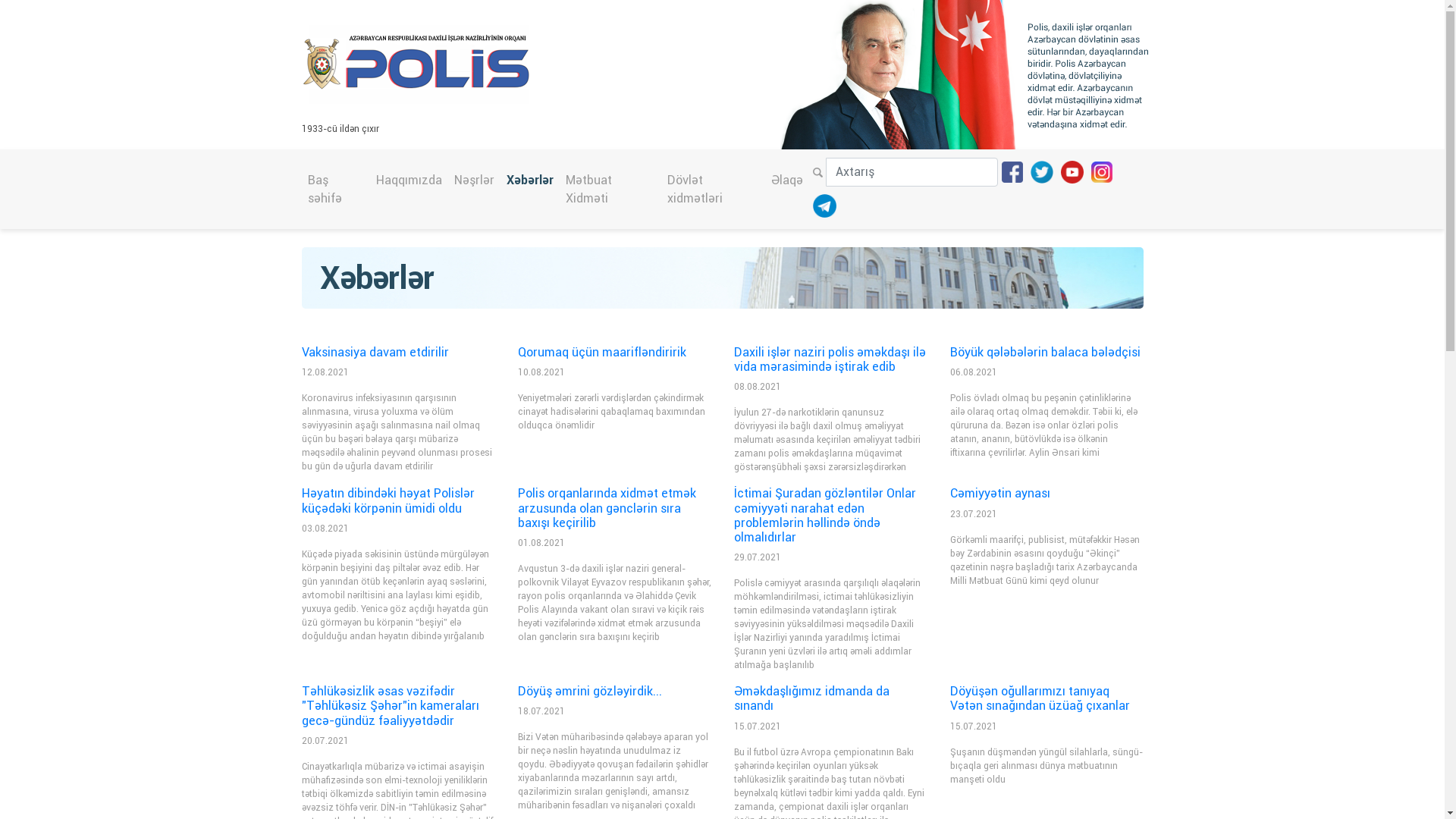  I want to click on 'Vaksinasiya davam etdirilir', so click(375, 352).